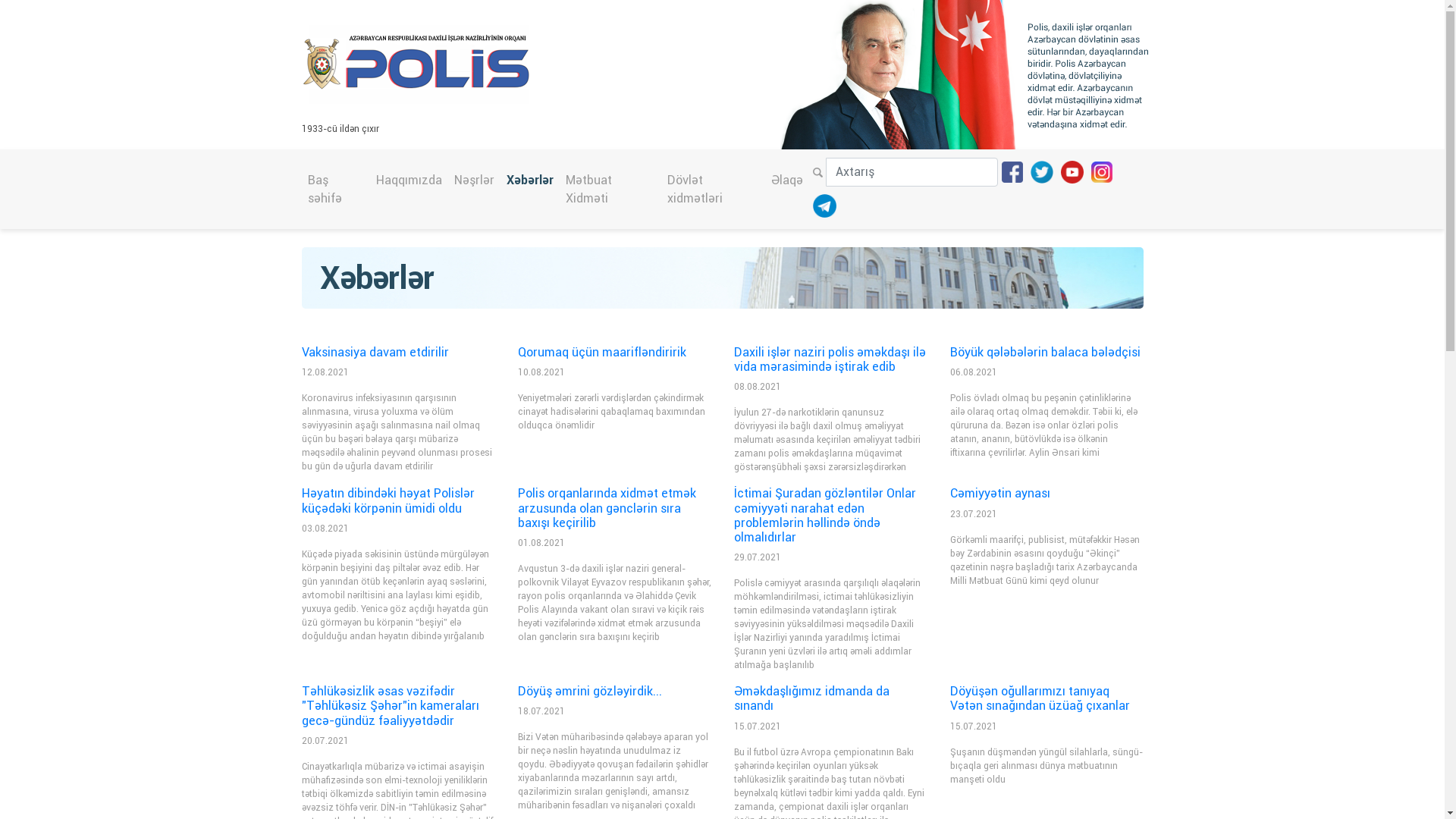  I want to click on 'Vaksinasiya davam etdirilir', so click(375, 352).